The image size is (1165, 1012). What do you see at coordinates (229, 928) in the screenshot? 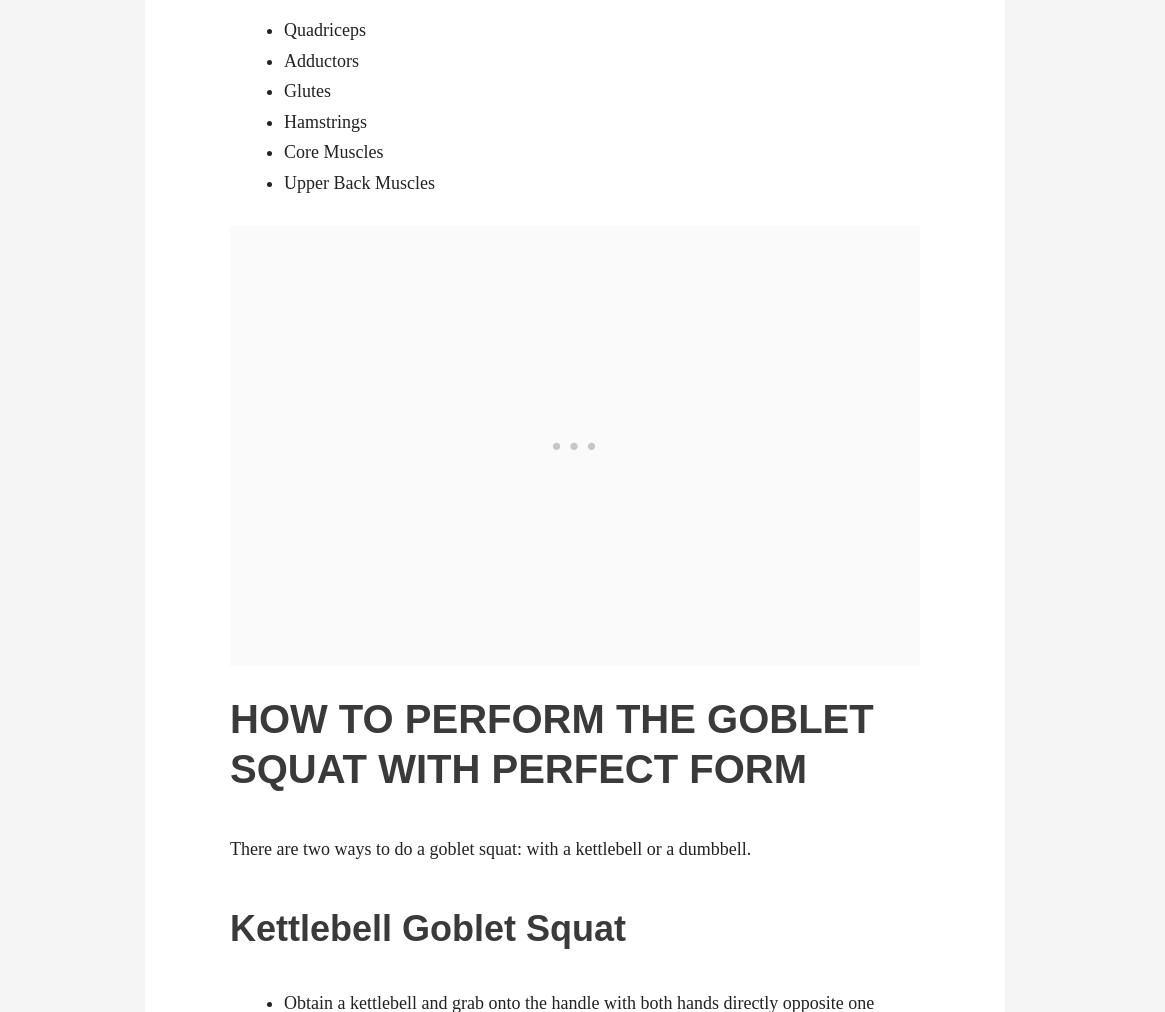
I see `'Kettlebell Goblet Squat'` at bounding box center [229, 928].